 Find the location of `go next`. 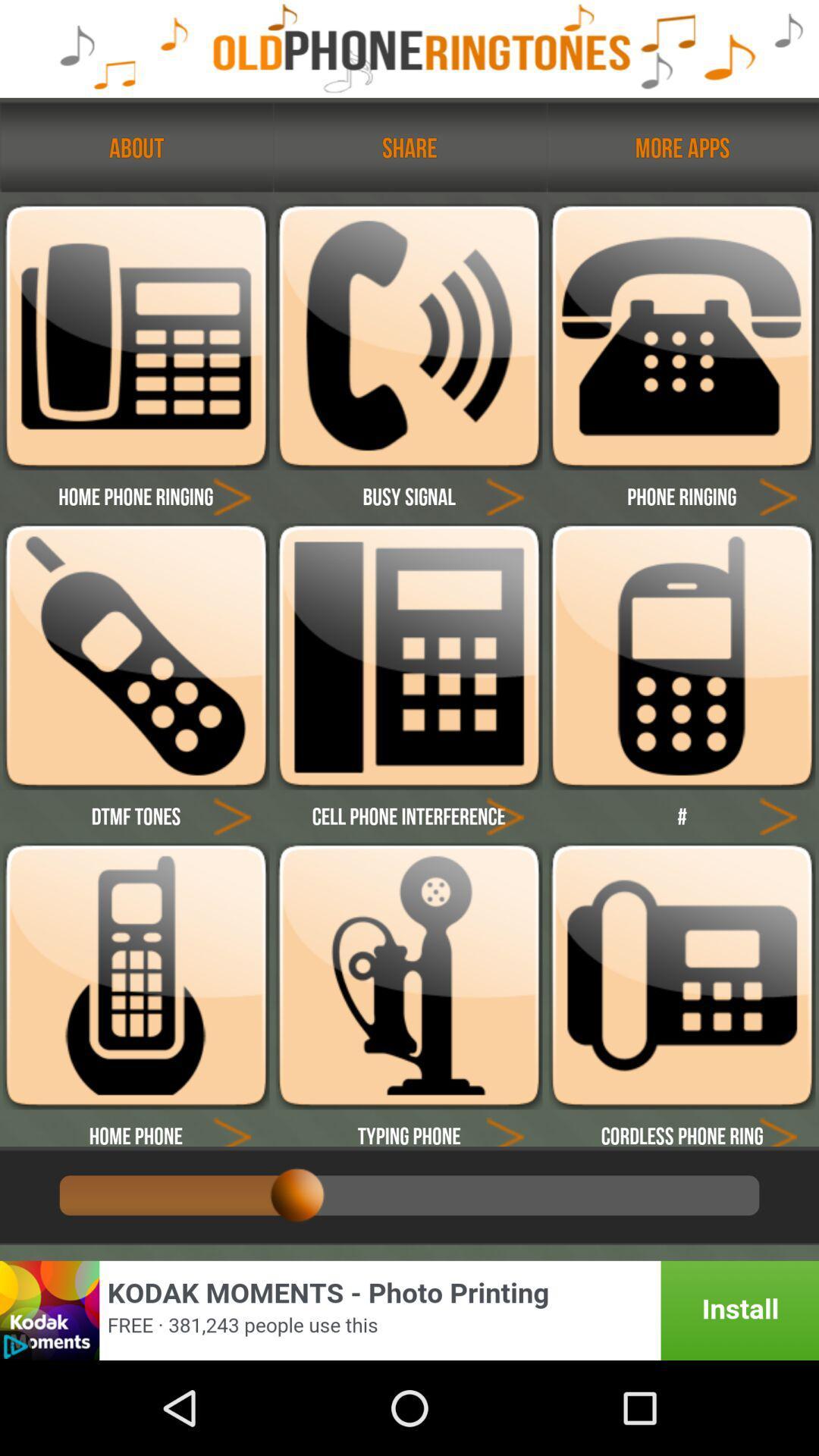

go next is located at coordinates (778, 496).